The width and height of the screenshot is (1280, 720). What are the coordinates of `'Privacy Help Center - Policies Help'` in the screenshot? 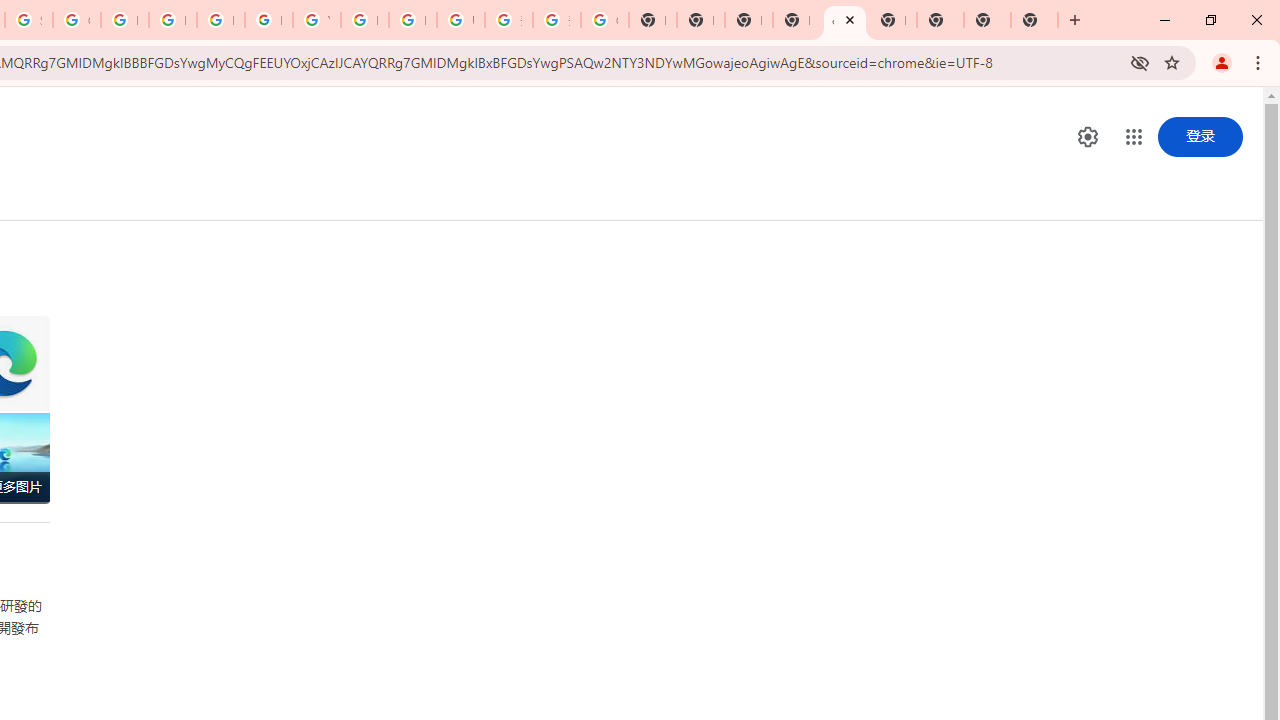 It's located at (172, 20).